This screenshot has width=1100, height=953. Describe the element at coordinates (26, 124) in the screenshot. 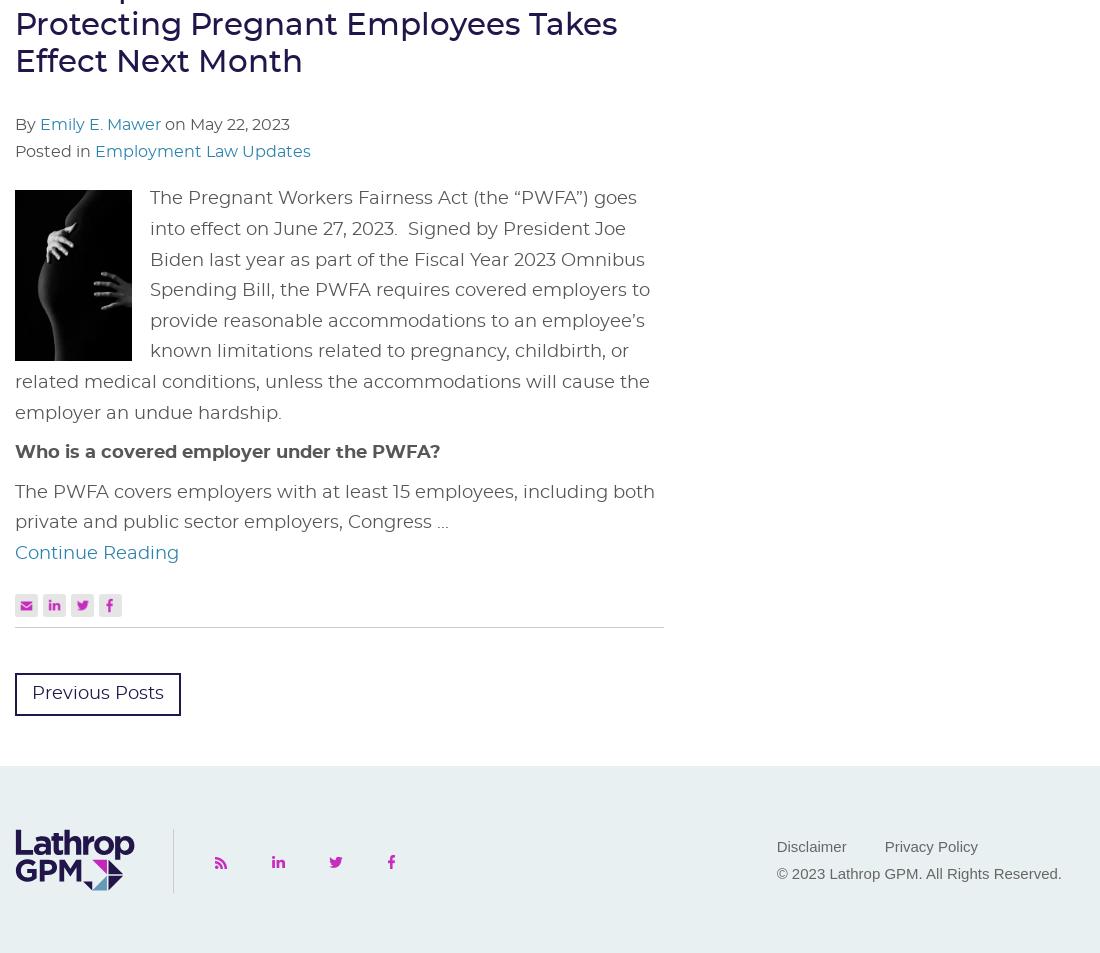

I see `'By'` at that location.